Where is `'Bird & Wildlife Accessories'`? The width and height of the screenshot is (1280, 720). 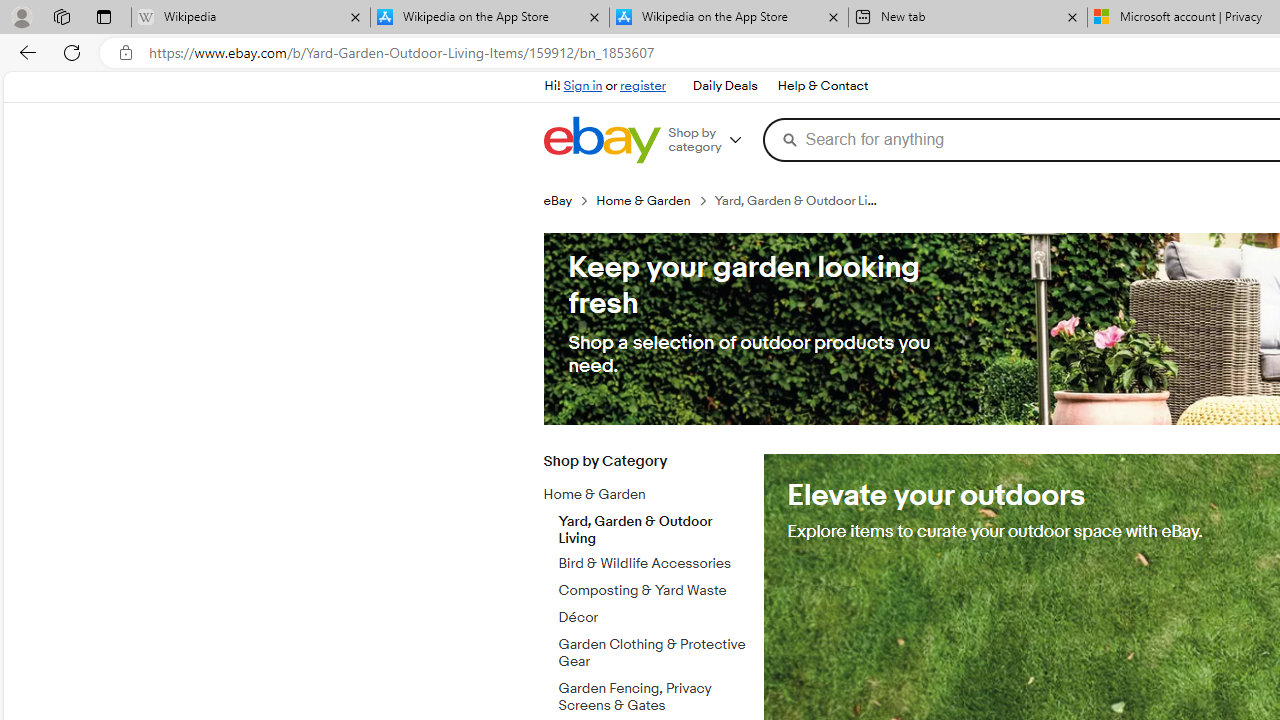
'Bird & Wildlife Accessories' is located at coordinates (653, 564).